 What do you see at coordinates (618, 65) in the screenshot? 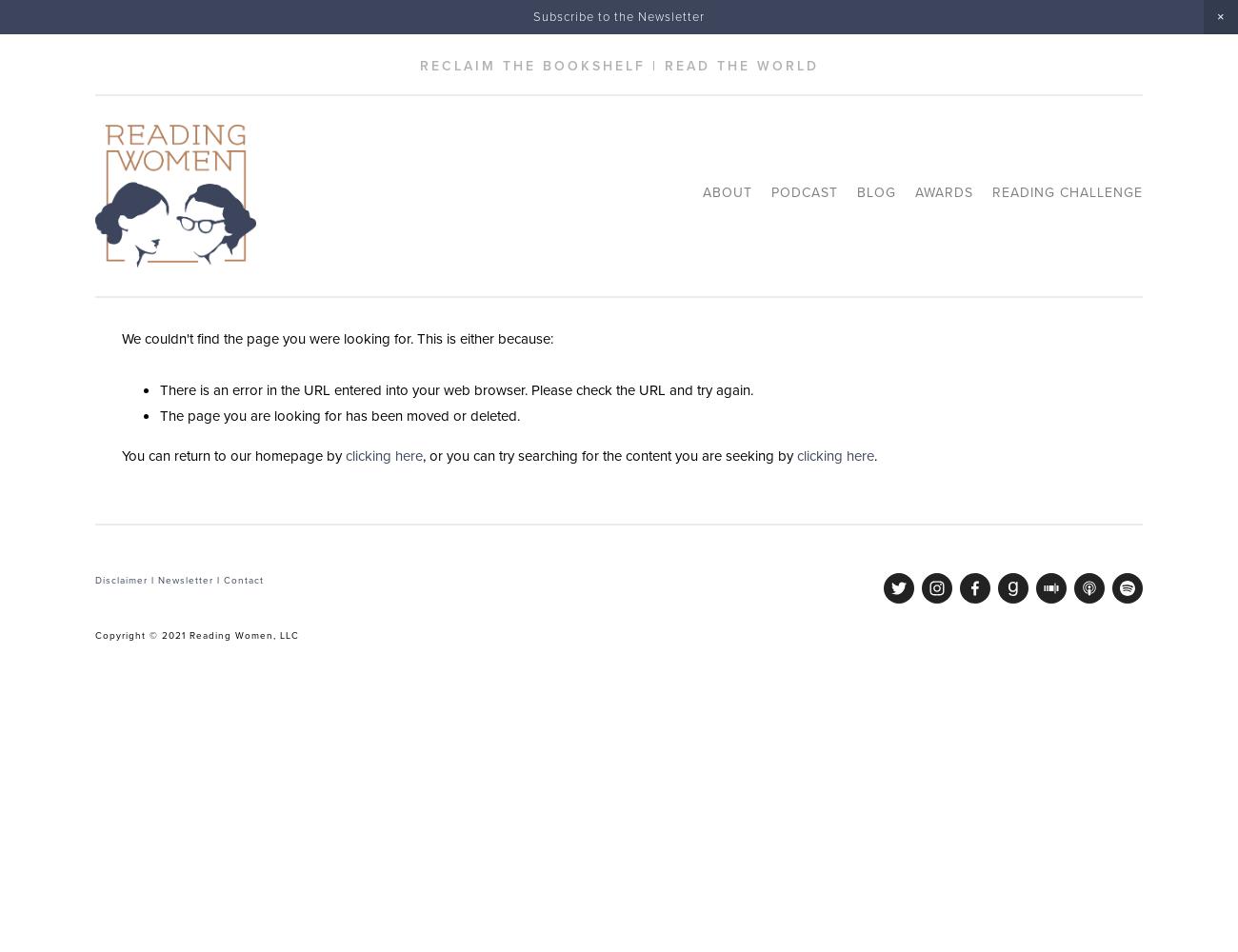
I see `'Reclaim the Bookshelf | read the world'` at bounding box center [618, 65].